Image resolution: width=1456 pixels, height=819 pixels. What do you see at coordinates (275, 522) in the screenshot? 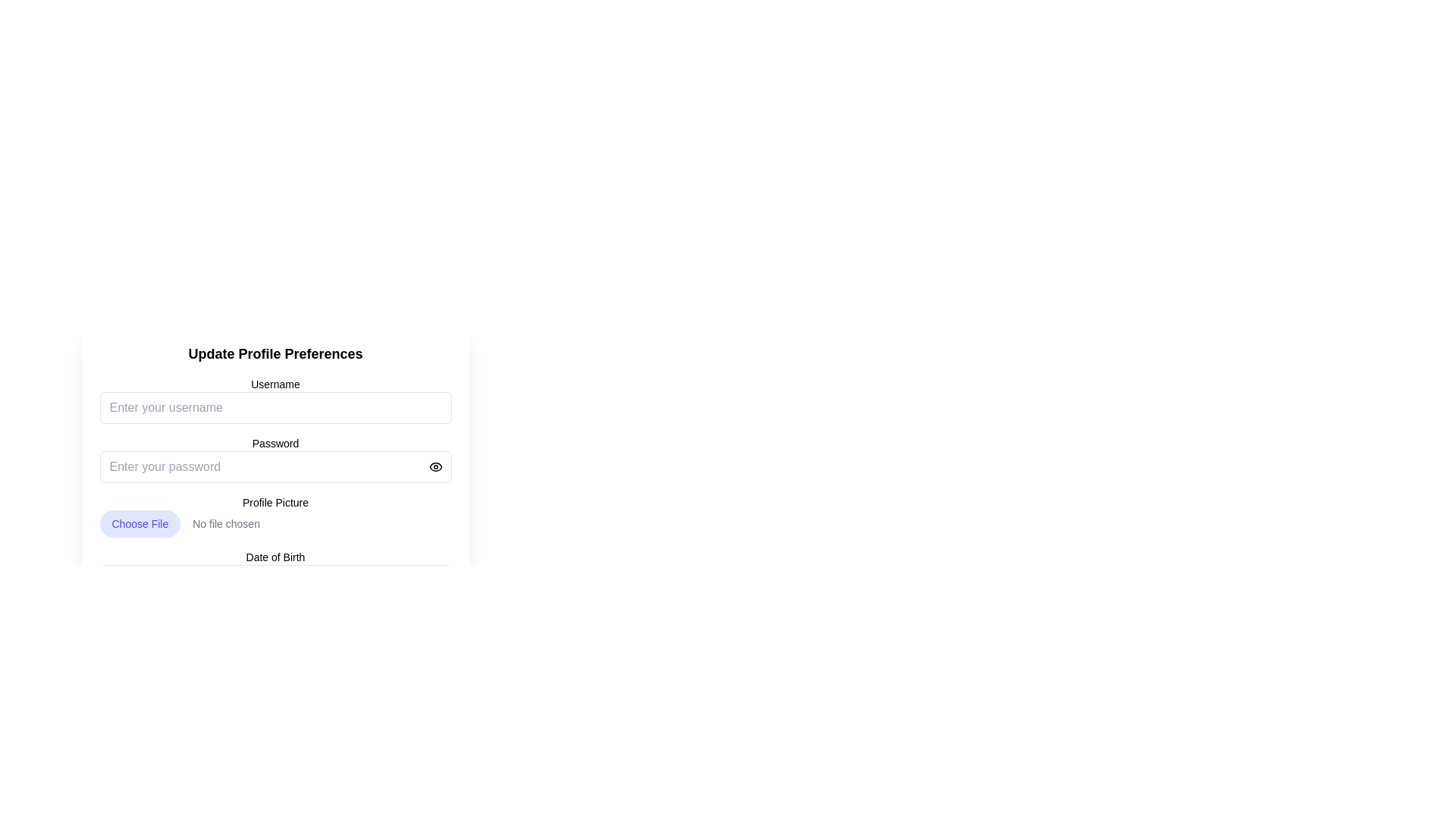
I see `the file upload input field for the Profile Picture, which is the only file input in the section` at bounding box center [275, 522].